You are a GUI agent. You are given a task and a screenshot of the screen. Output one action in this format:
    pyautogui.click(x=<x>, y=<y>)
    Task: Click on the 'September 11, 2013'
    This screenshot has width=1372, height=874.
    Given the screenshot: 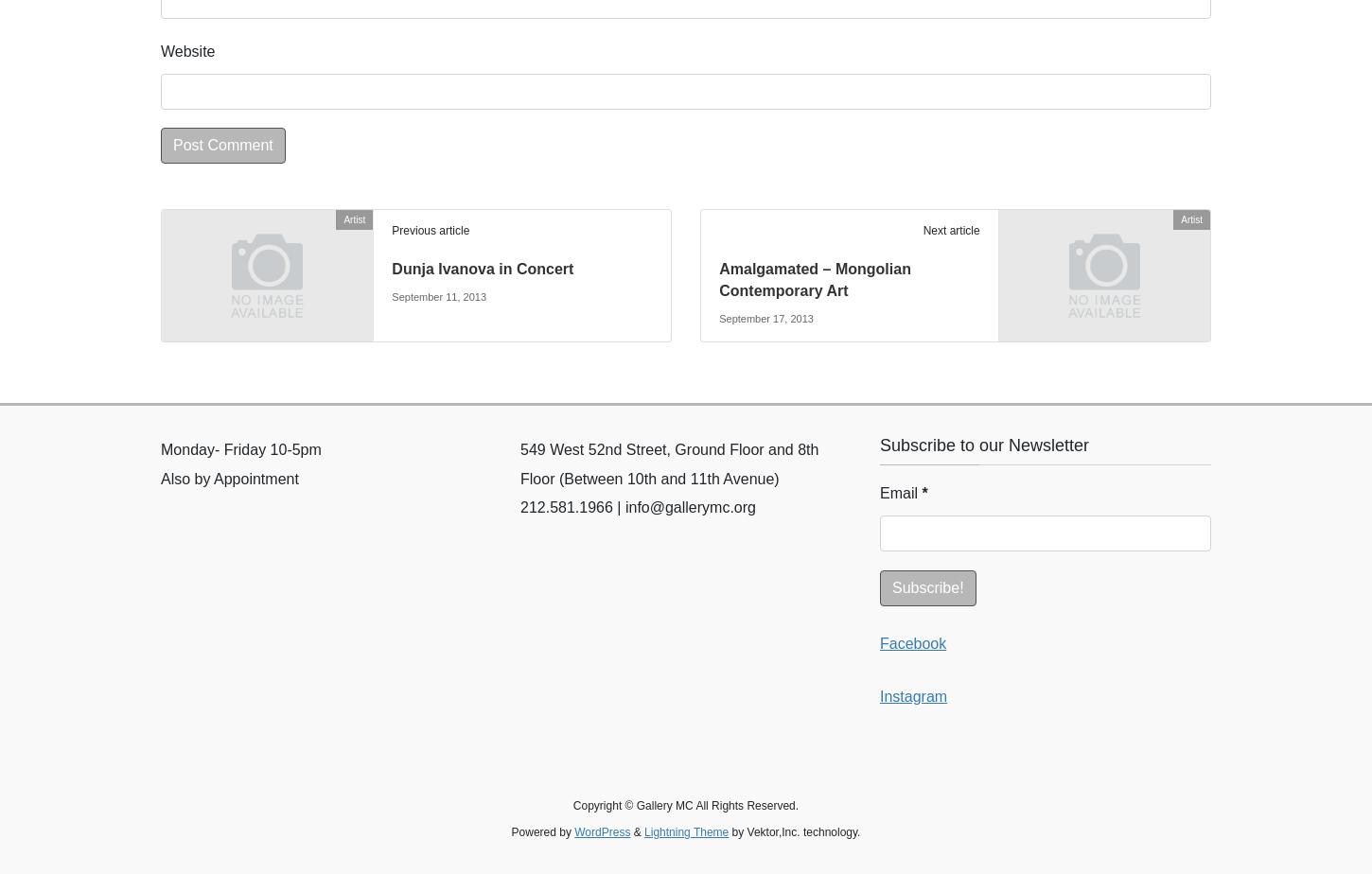 What is the action you would take?
    pyautogui.click(x=438, y=296)
    